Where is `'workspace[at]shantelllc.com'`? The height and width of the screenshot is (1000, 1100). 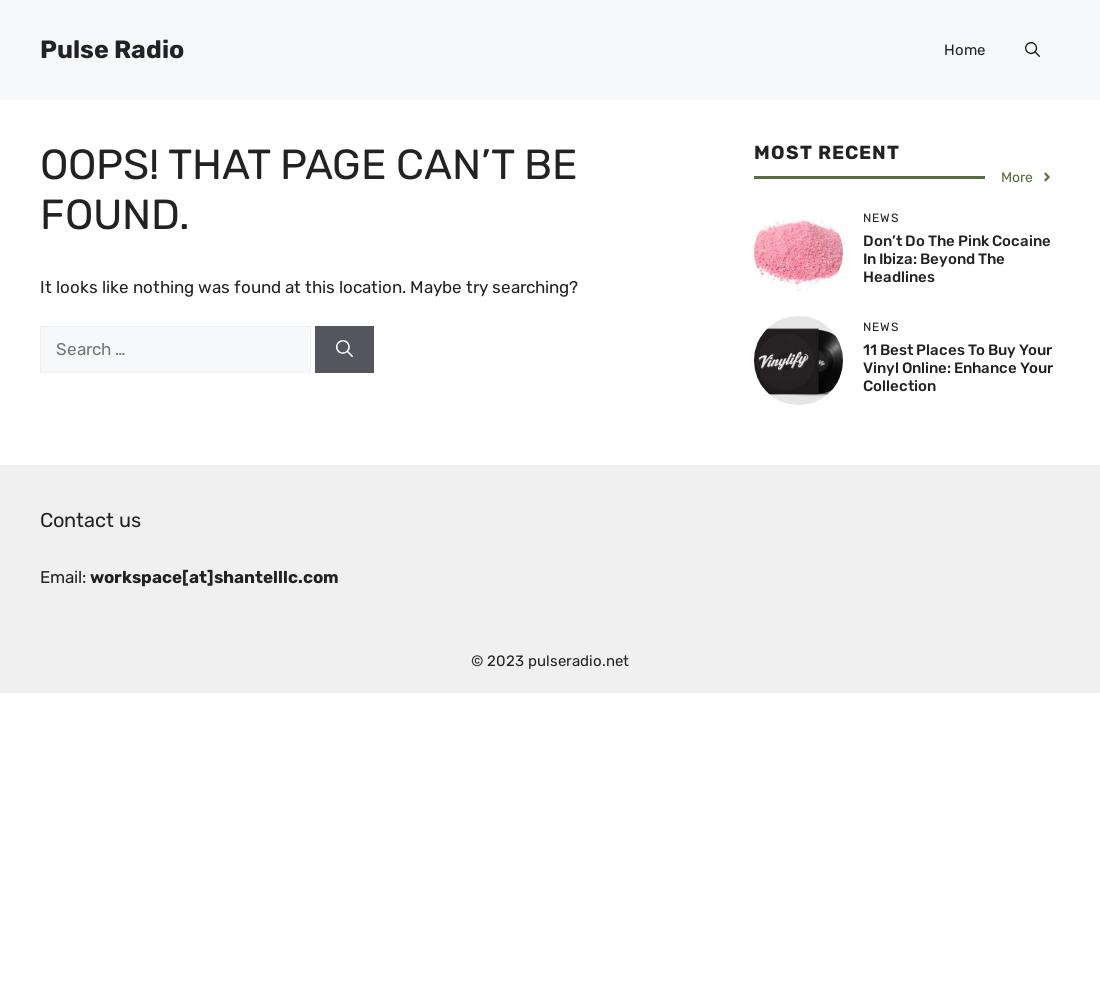
'workspace[at]shantelllc.com' is located at coordinates (214, 575).